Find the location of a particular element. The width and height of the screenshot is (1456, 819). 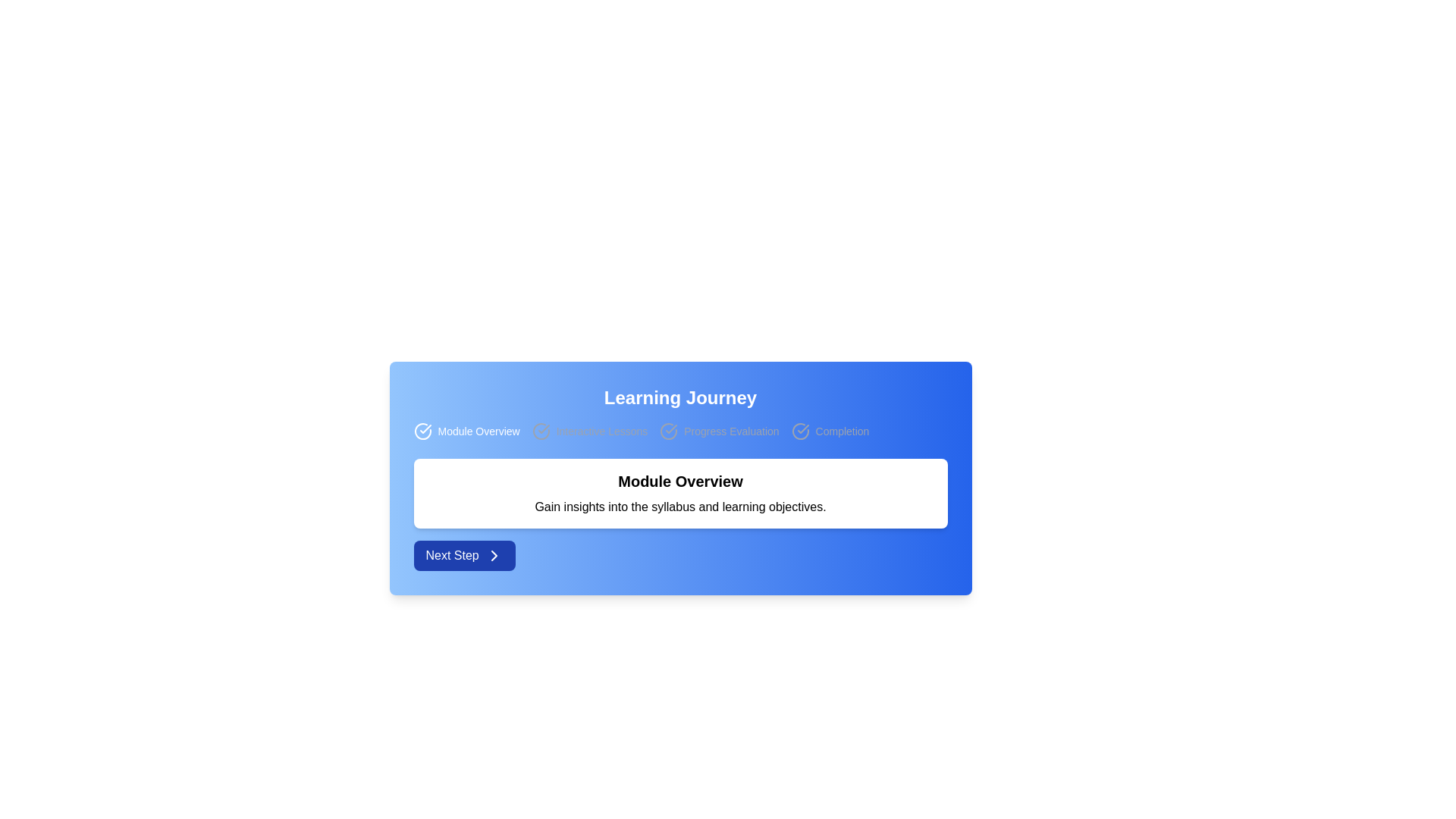

the 'Progress Evaluation' icon in the step-by-step progress tracker, which is the third element in the series representing the learning journey is located at coordinates (668, 431).